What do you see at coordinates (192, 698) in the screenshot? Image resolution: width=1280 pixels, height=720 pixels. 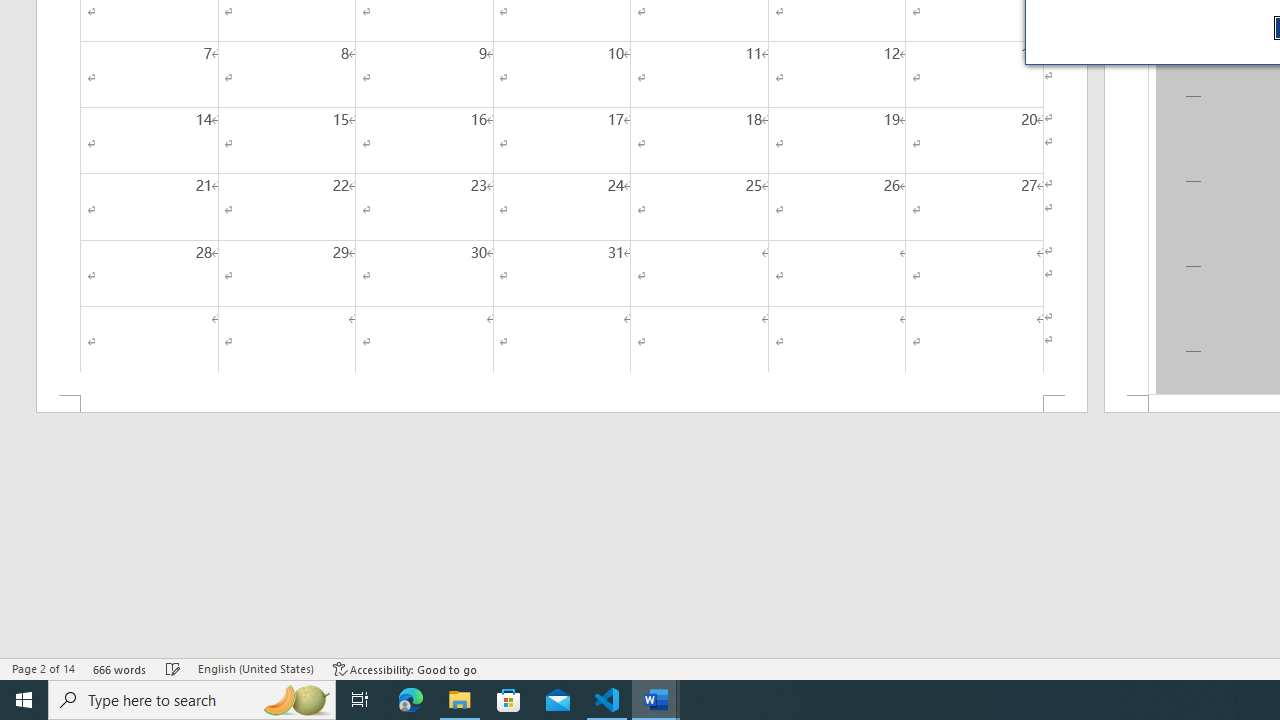 I see `'Type here to search'` at bounding box center [192, 698].